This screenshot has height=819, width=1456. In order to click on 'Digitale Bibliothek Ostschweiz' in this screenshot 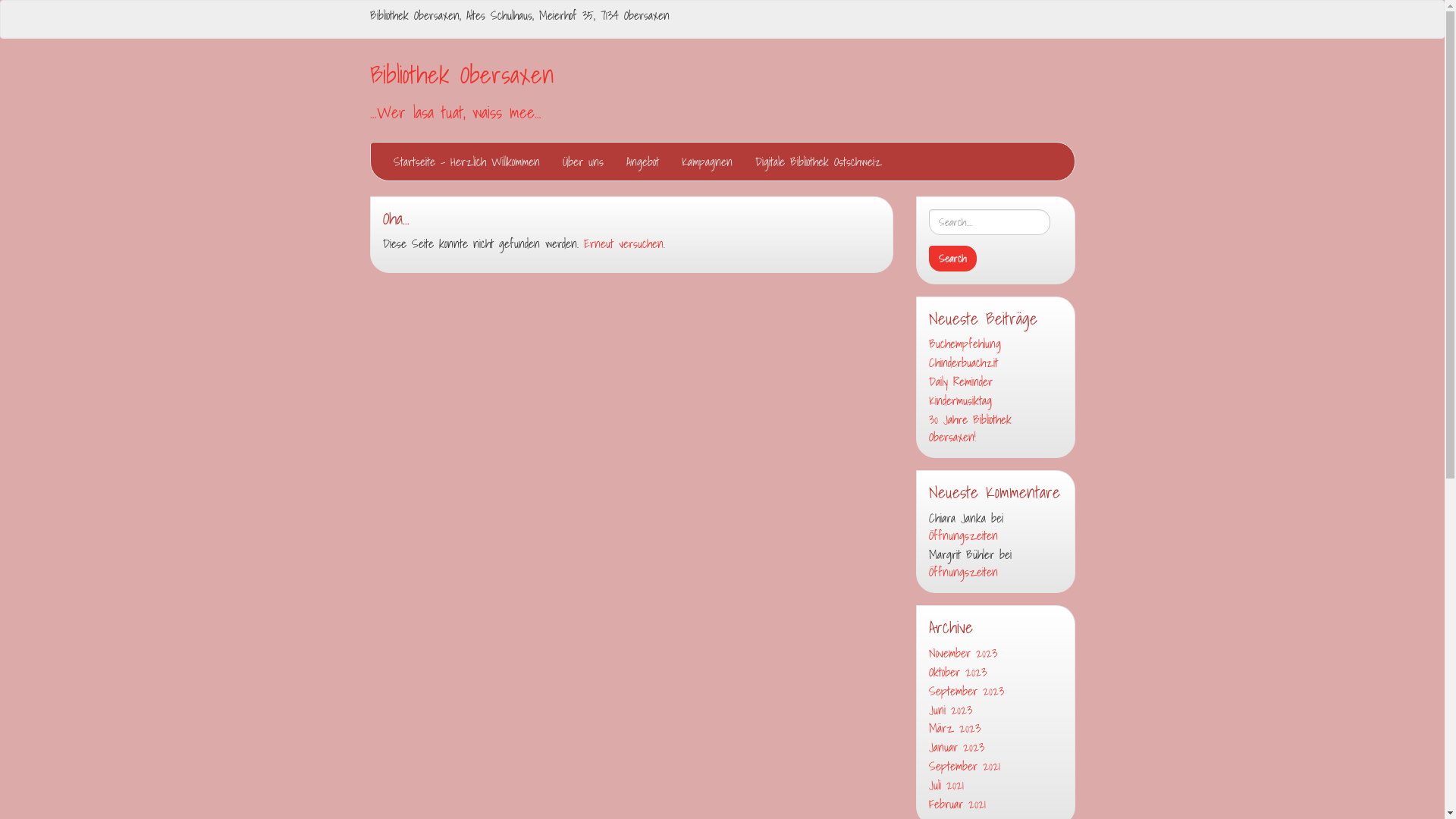, I will do `click(817, 161)`.